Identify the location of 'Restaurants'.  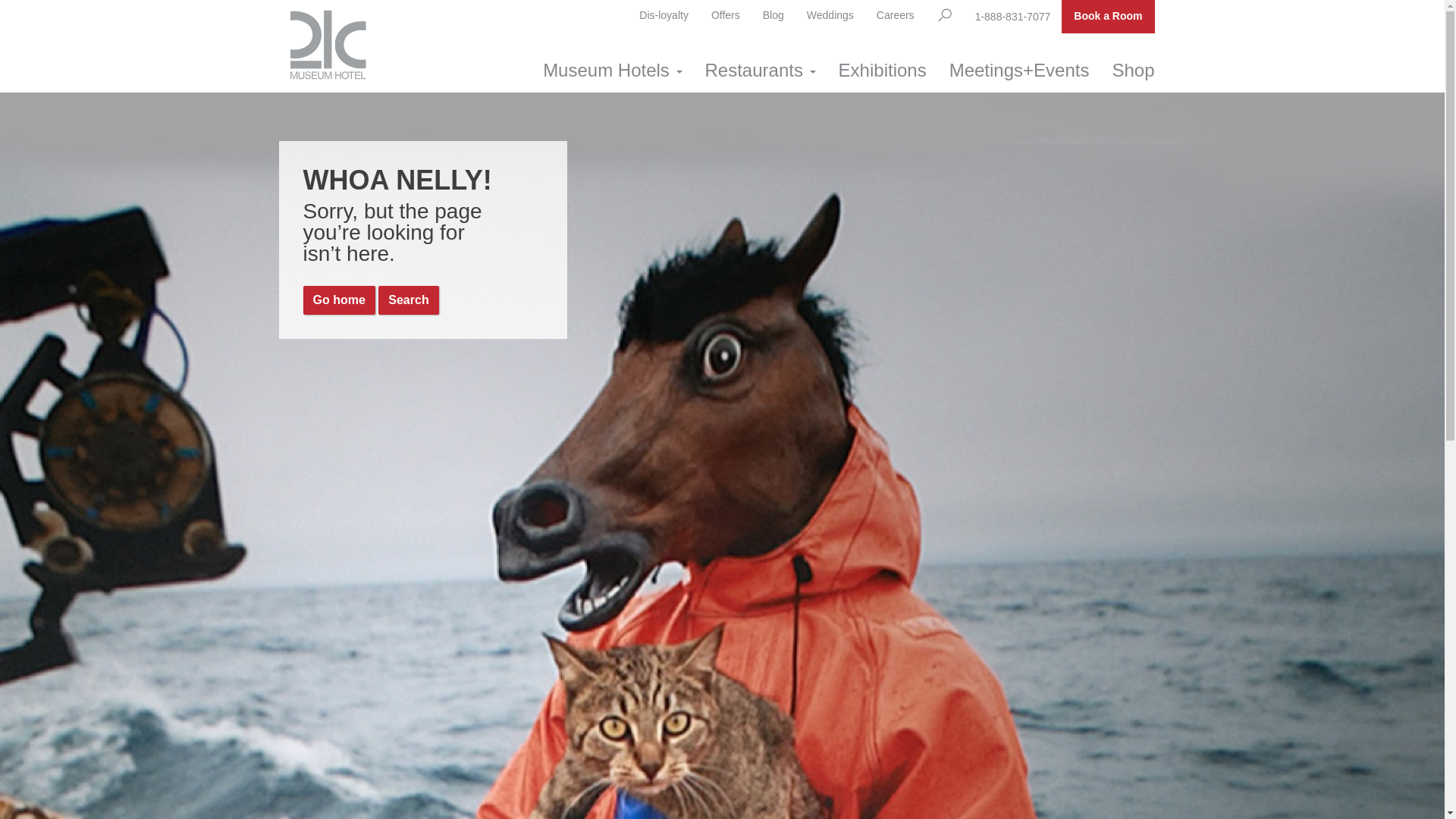
(761, 70).